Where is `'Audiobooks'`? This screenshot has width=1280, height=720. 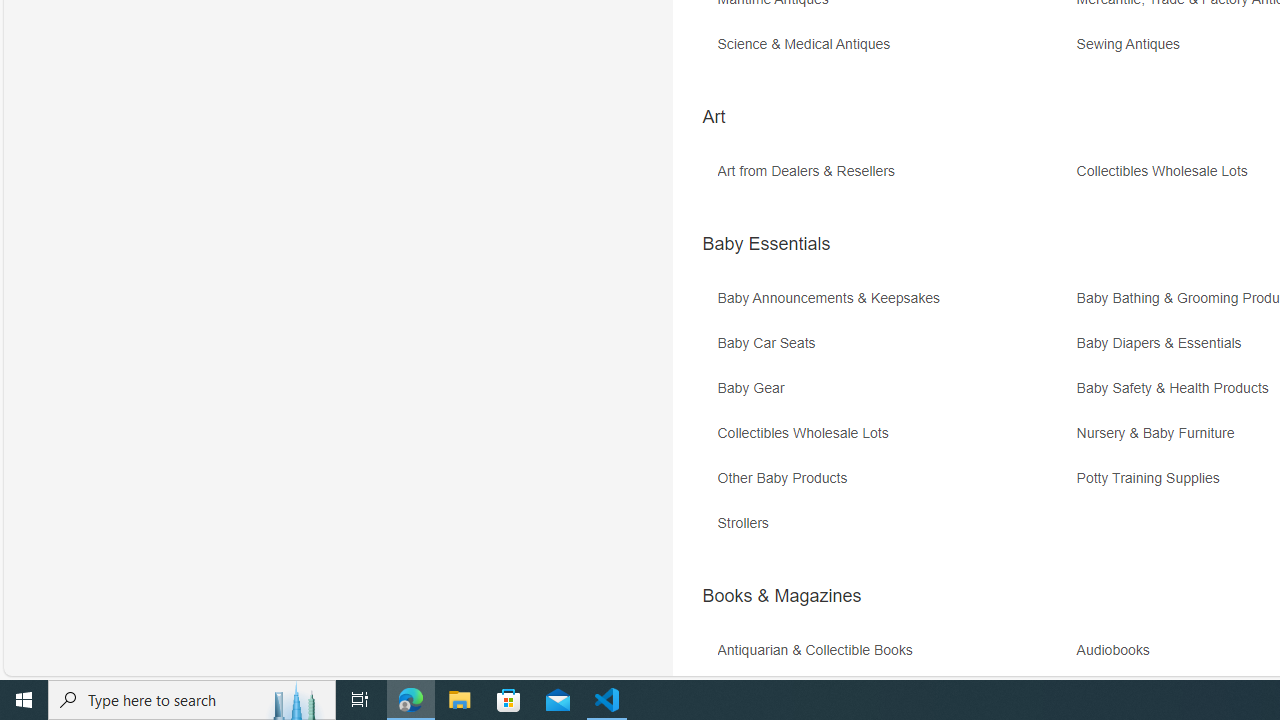 'Audiobooks' is located at coordinates (1117, 650).